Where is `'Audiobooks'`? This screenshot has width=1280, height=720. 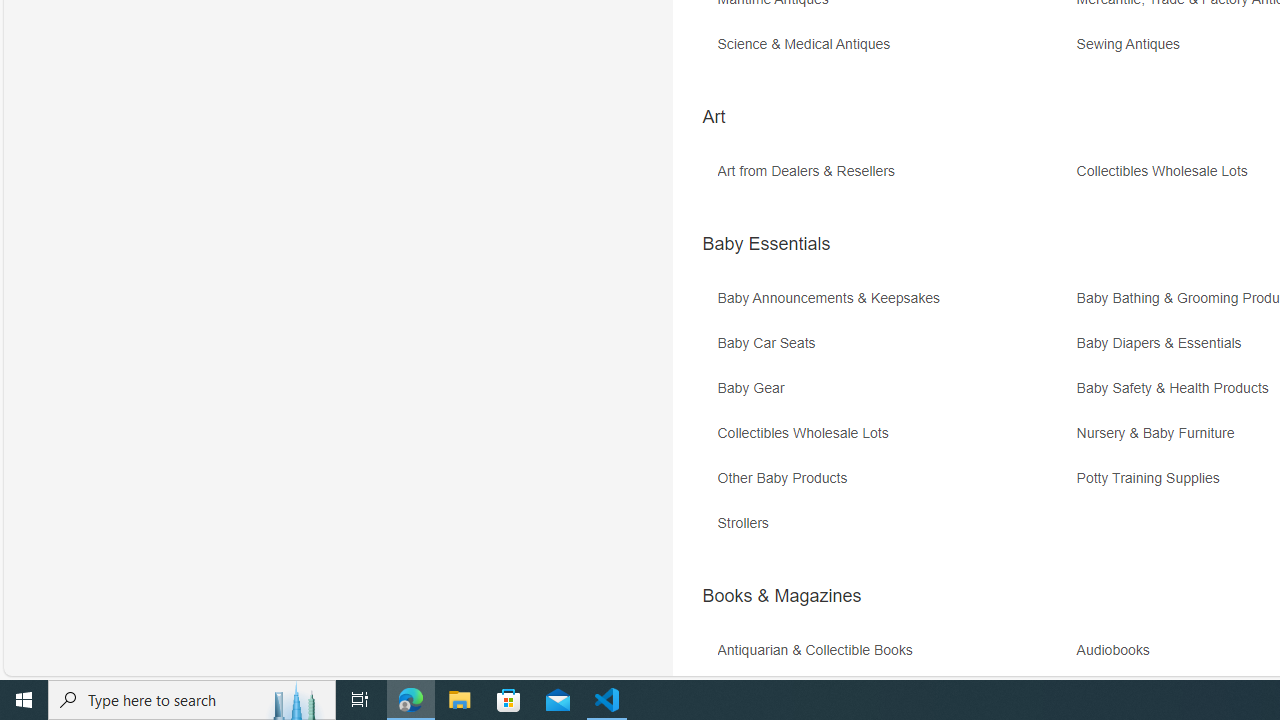 'Audiobooks' is located at coordinates (1117, 650).